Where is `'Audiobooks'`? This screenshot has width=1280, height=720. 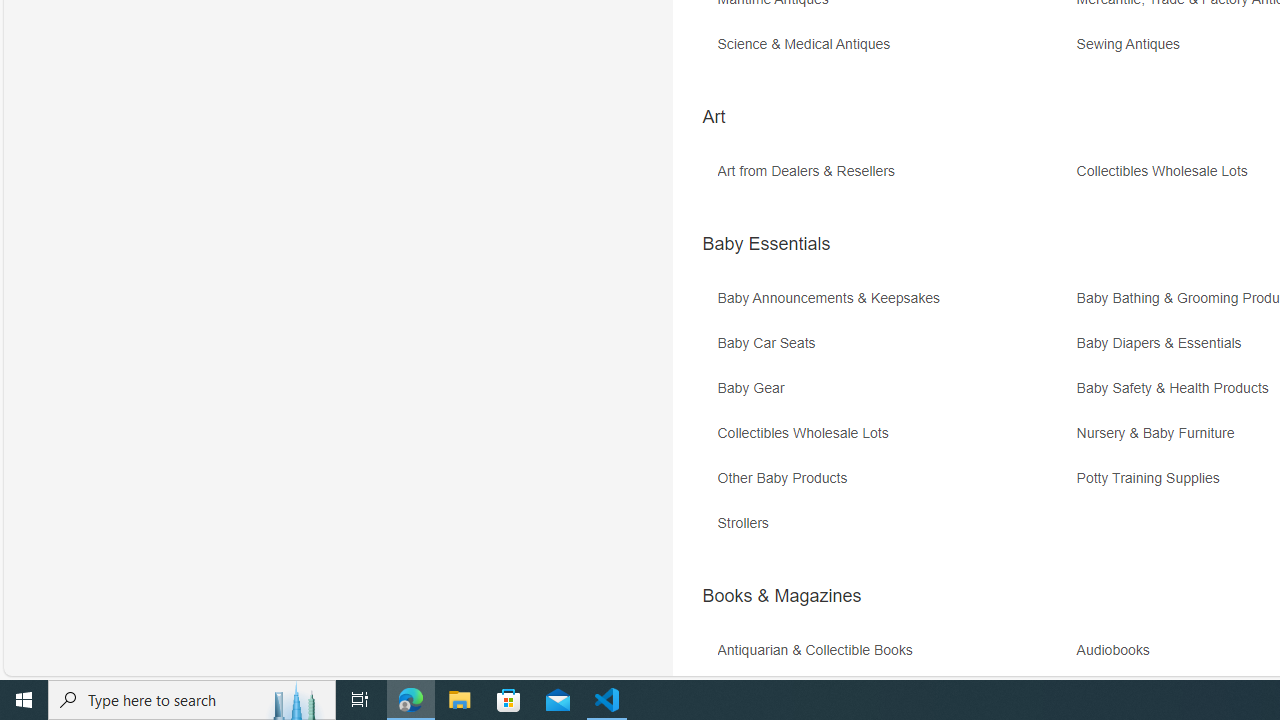 'Audiobooks' is located at coordinates (1117, 650).